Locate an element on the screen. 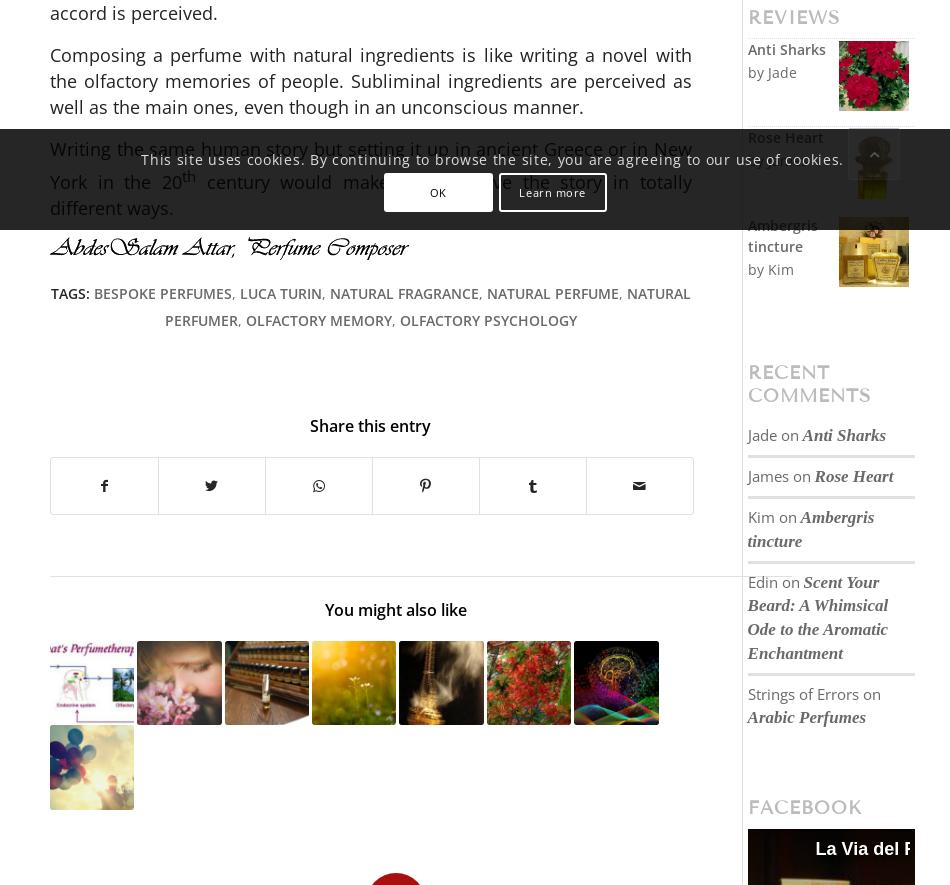  'Arabic Perfumes' is located at coordinates (805, 716).